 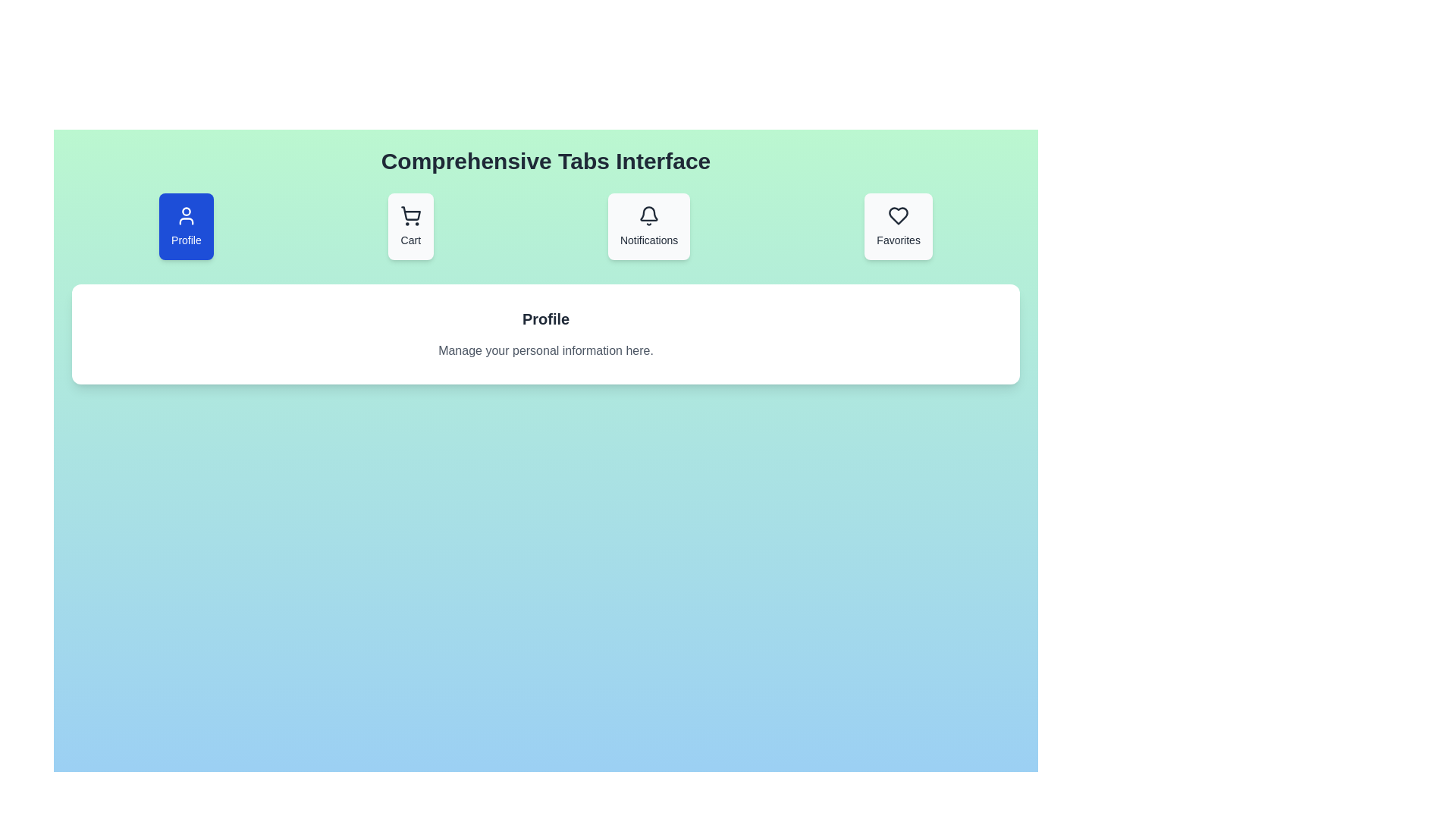 What do you see at coordinates (649, 227) in the screenshot?
I see `the 'Notifications' button, which is the third element in a row of four buttons, featuring a notification icon and the label 'Notifications' below it` at bounding box center [649, 227].